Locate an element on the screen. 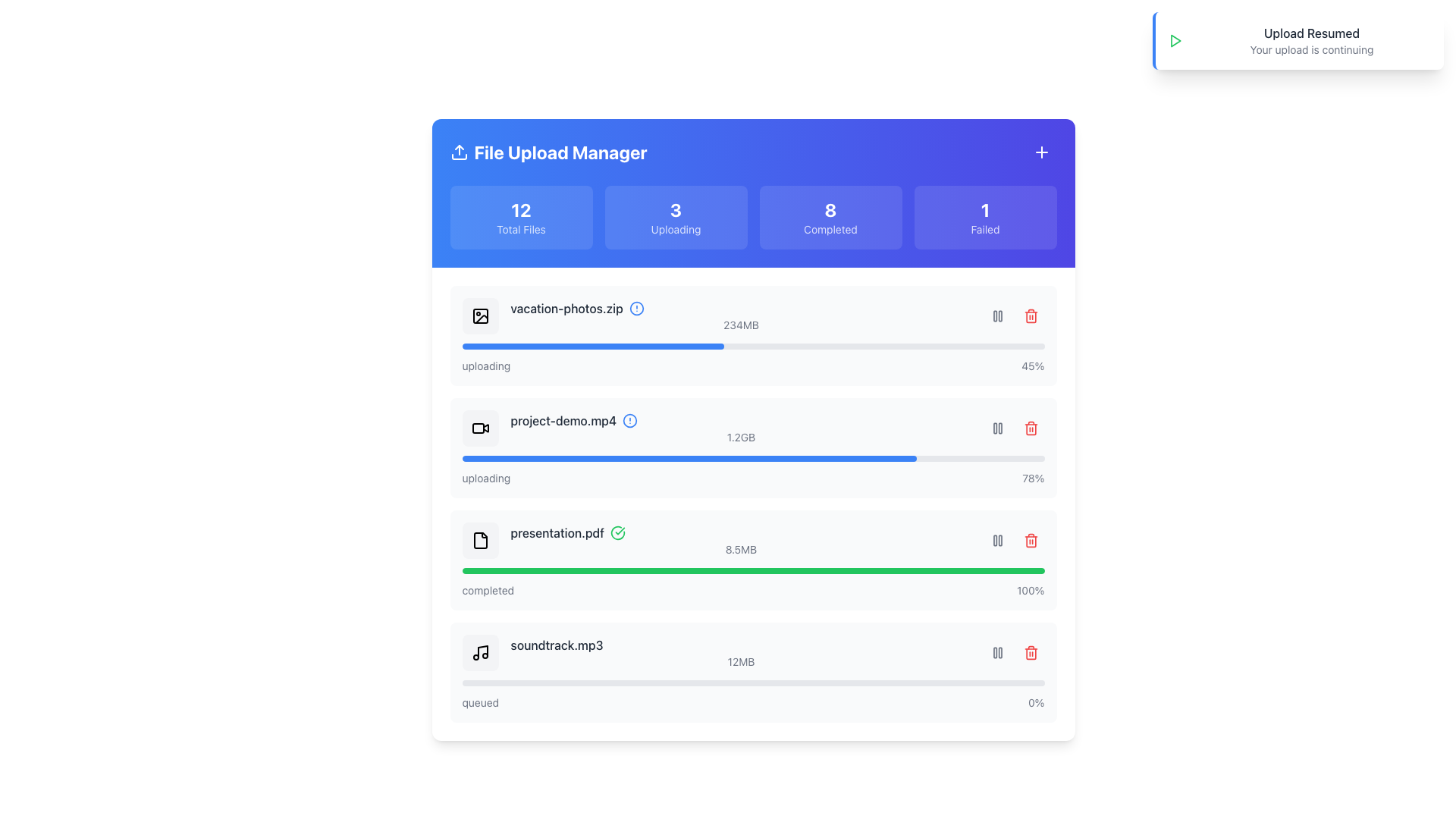  the progress bar indicating the completion status of the file upload for 'presentation.pdf 8.5MB completed 100%', which is the third progress bar from the top in a vertical list is located at coordinates (753, 570).